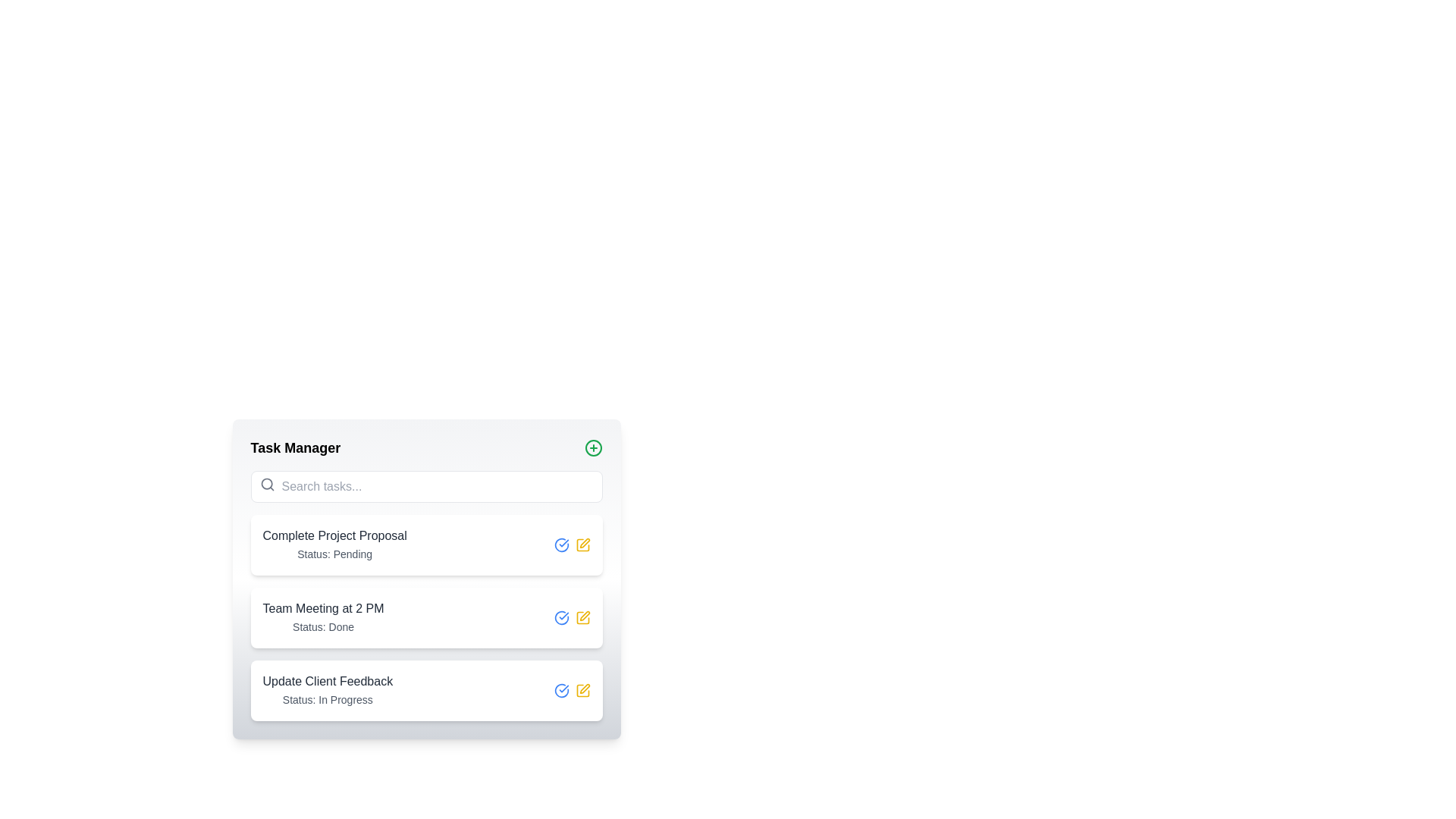  I want to click on the action button located in the top-right corner of the 'Task Manager' box, so click(592, 447).